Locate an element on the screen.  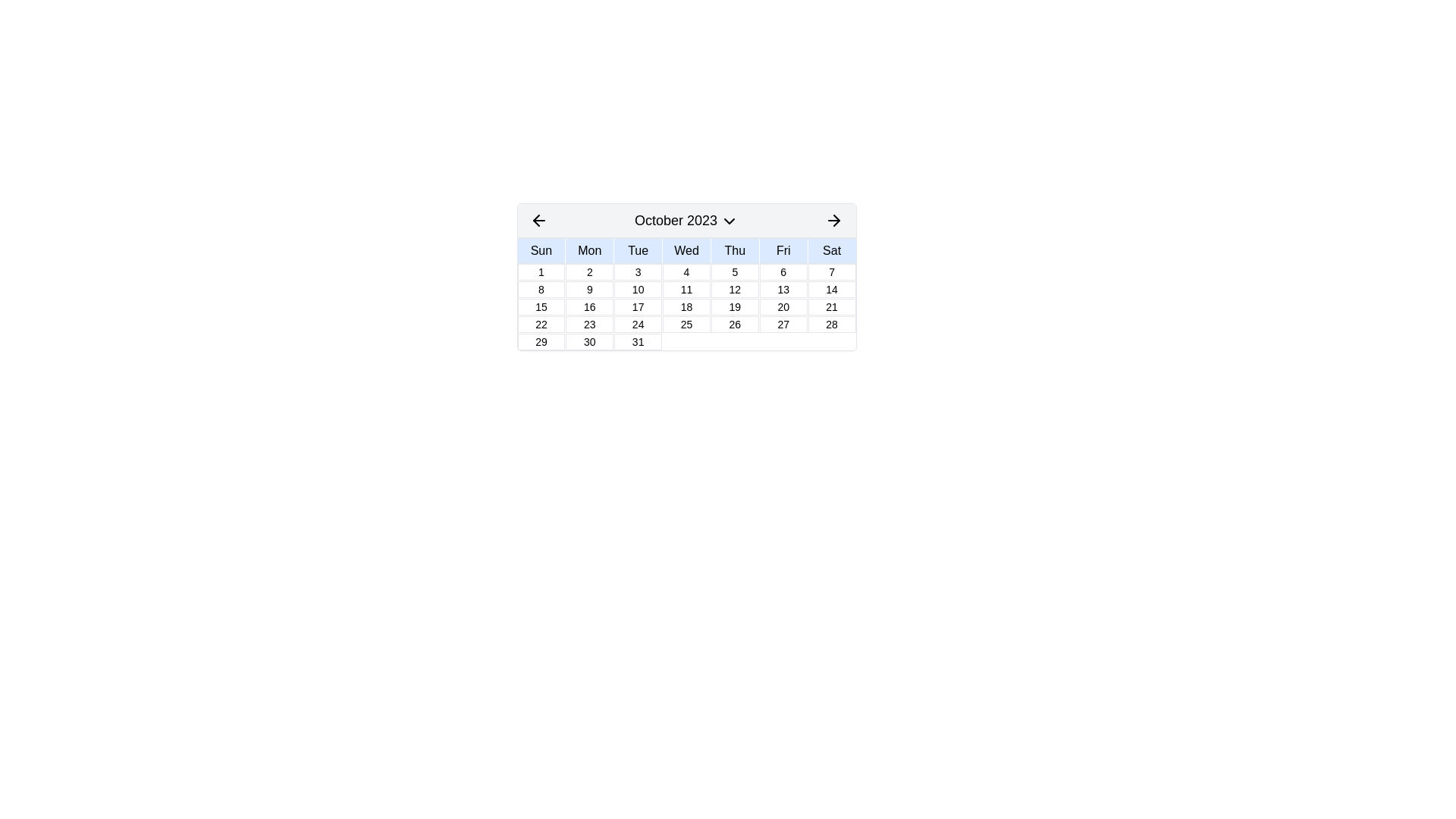
the right arrow button located to the far right of the navigation header, adjacent to the text 'October 2023' is located at coordinates (833, 220).